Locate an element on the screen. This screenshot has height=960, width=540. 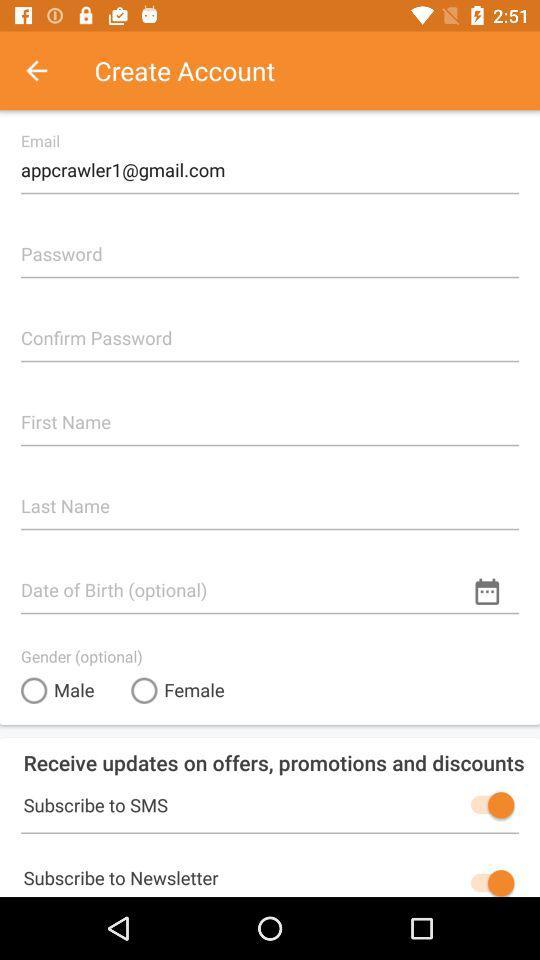
the appcrawler1@gmail.com item is located at coordinates (270, 161).